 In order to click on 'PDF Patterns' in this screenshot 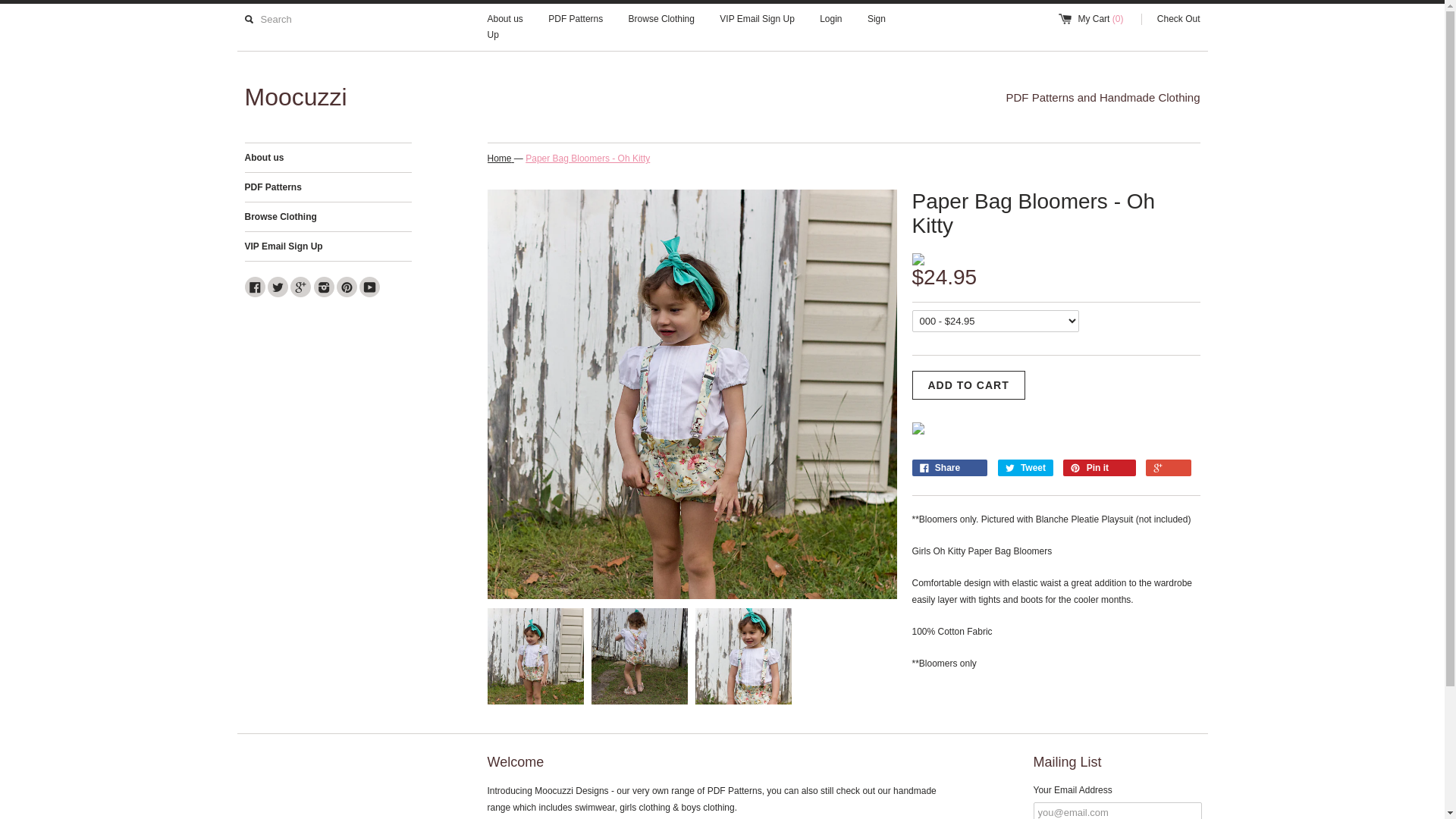, I will do `click(574, 19)`.